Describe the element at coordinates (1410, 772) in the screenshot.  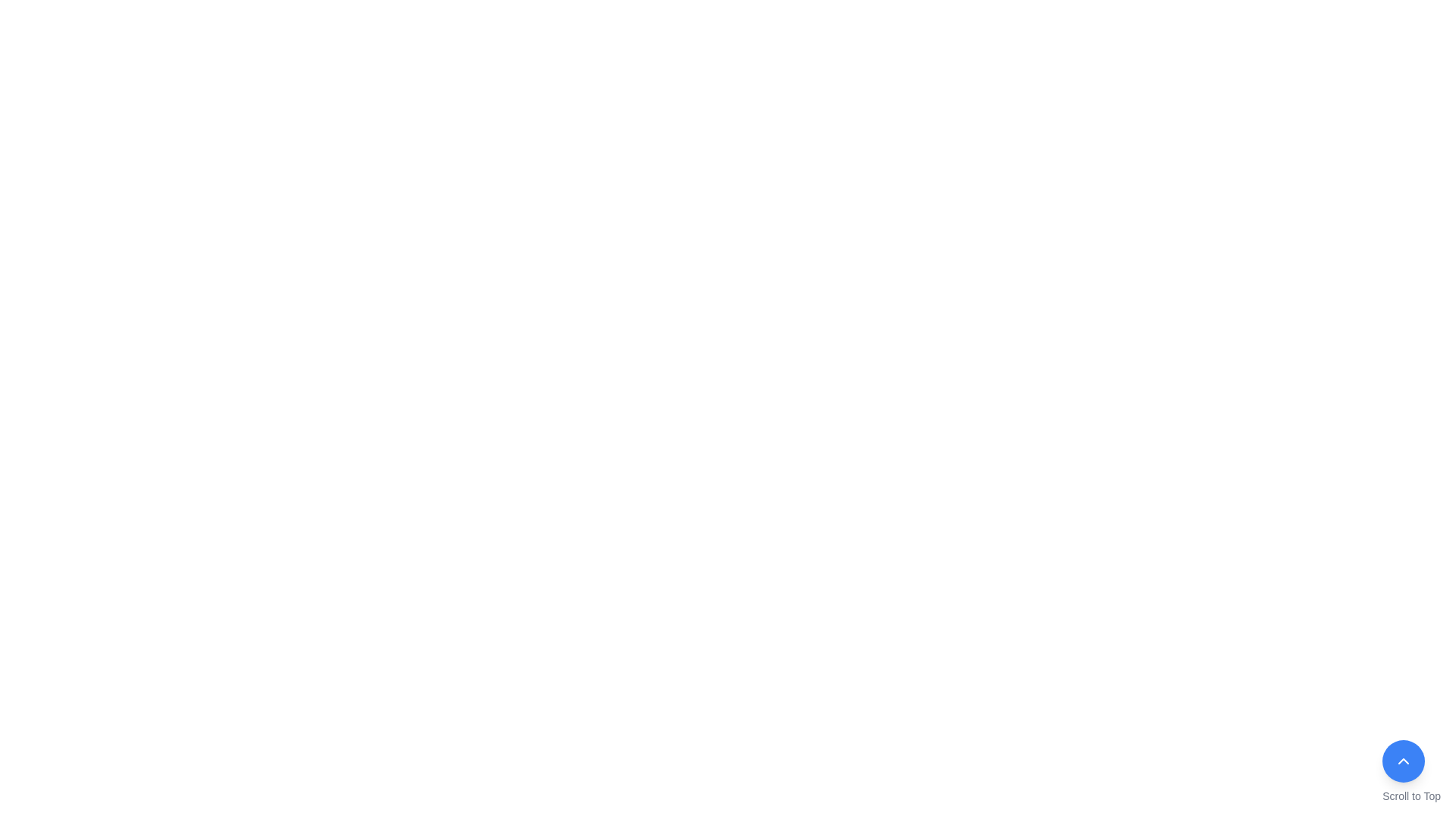
I see `the blue circular button with a white upward arrow icon labeled 'Scroll to Top' located in the bottom-right corner of the interface to change its background color` at that location.